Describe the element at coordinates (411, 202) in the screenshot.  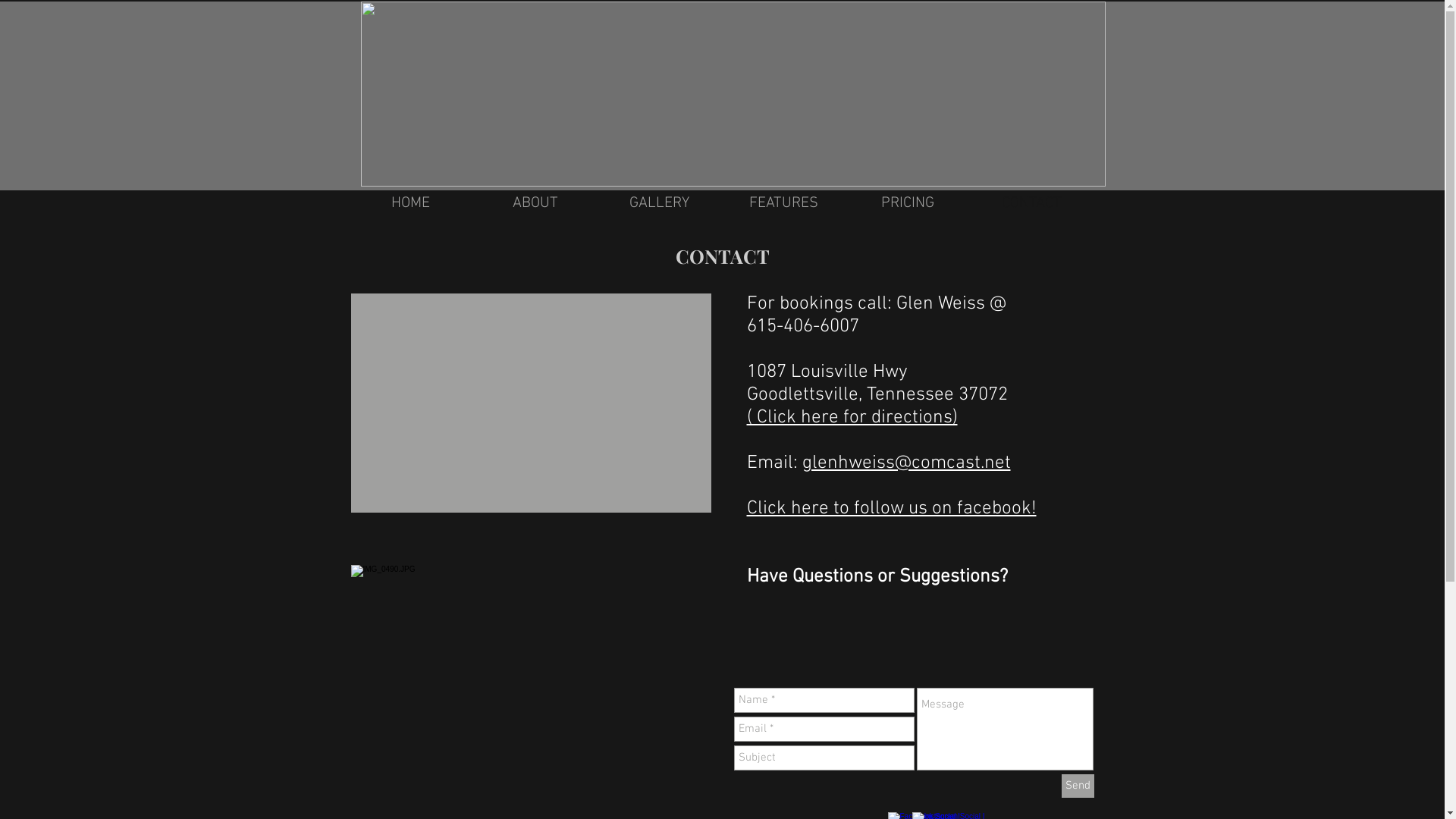
I see `'HOME'` at that location.